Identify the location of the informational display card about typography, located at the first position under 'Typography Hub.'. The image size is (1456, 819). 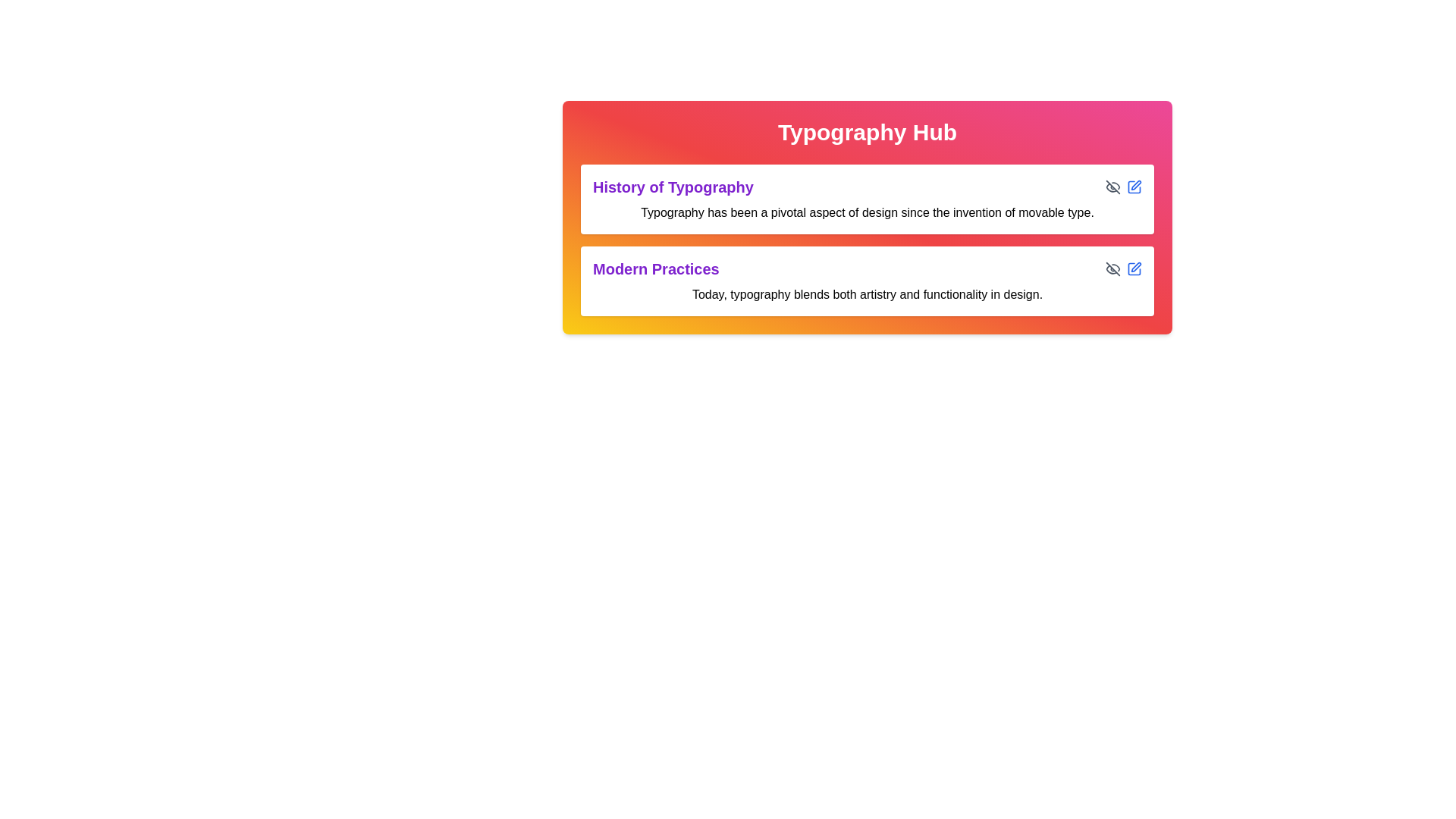
(867, 198).